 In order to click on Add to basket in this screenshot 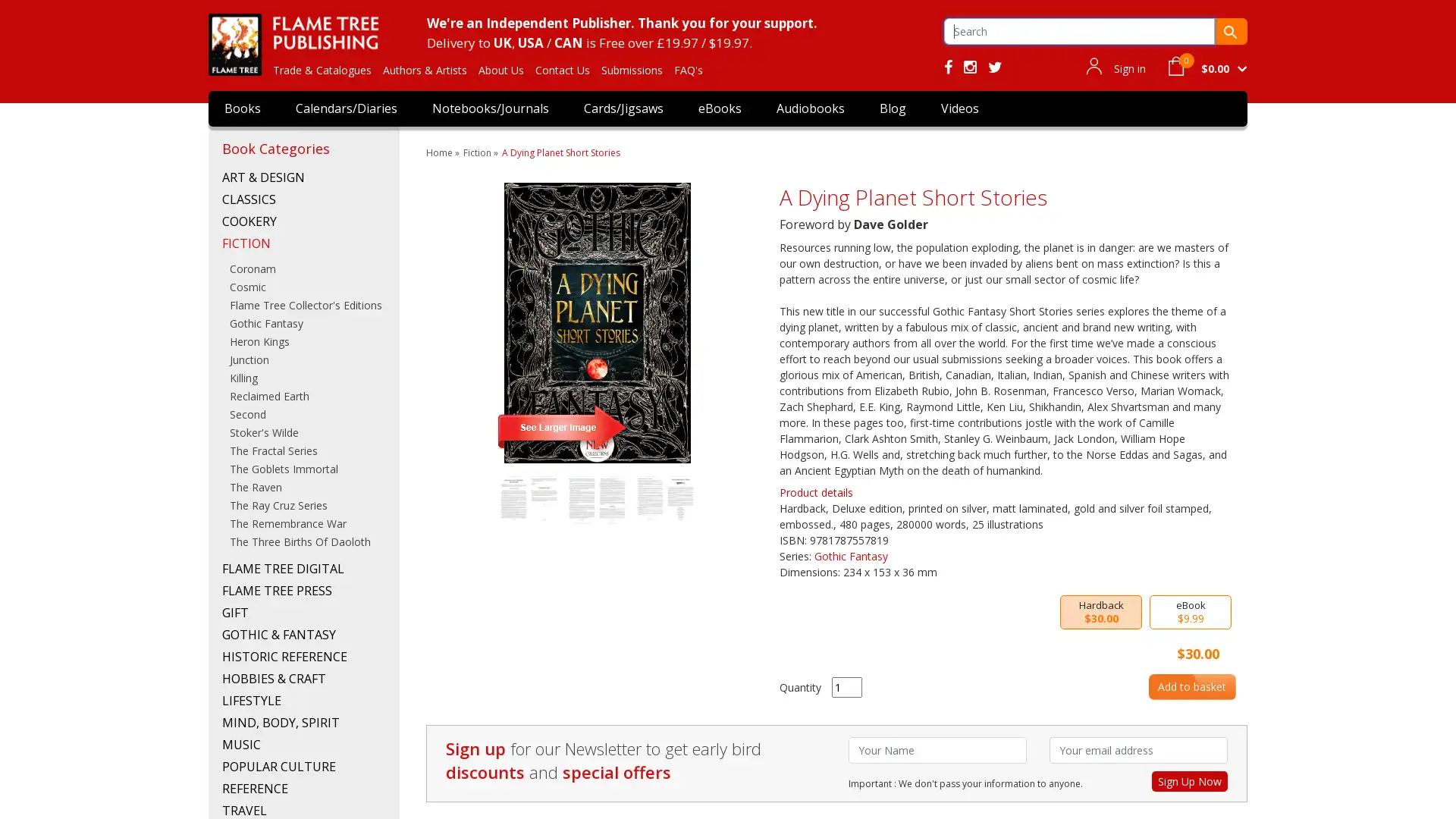, I will do `click(1191, 687)`.